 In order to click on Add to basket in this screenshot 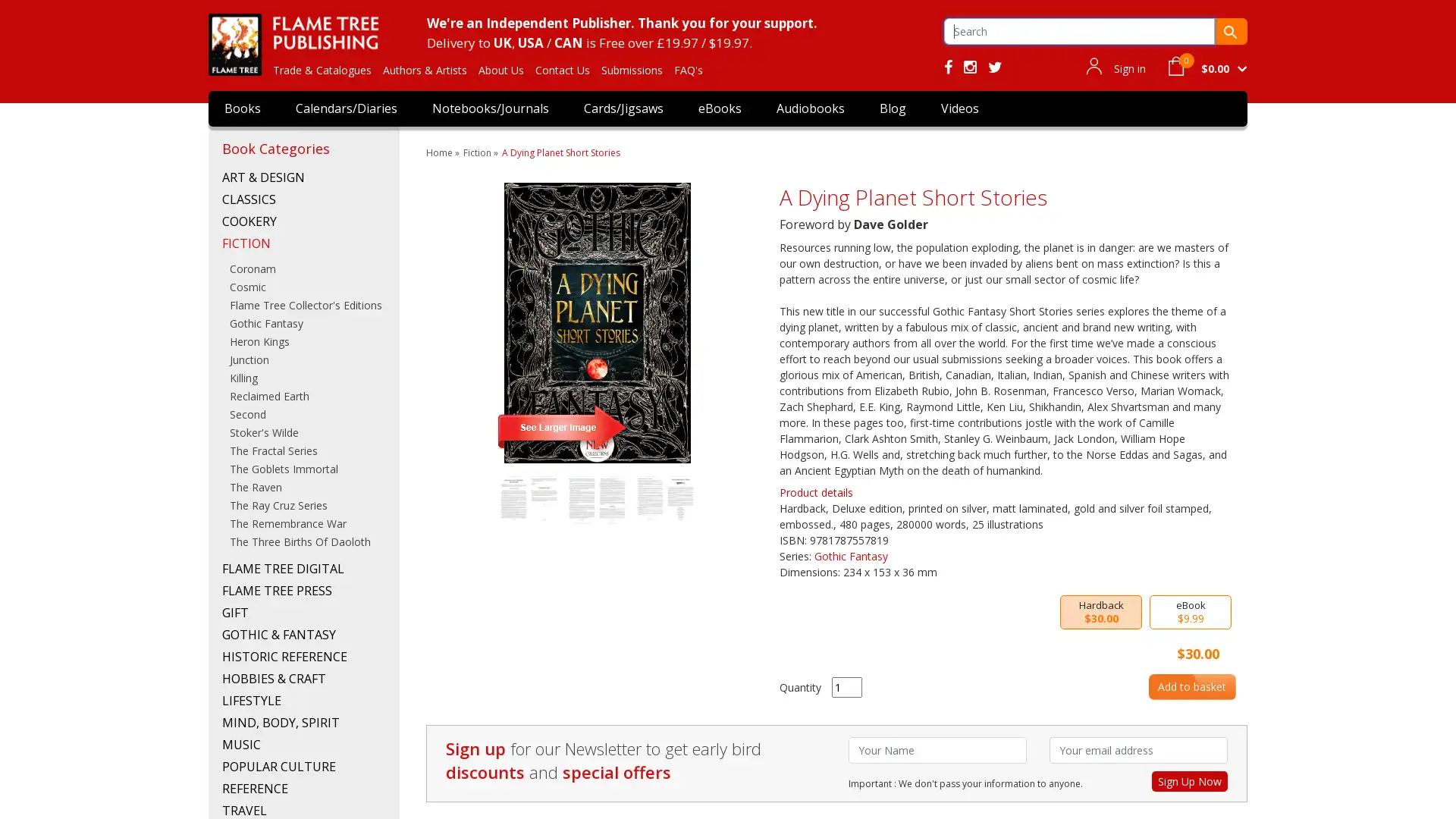, I will do `click(1191, 687)`.